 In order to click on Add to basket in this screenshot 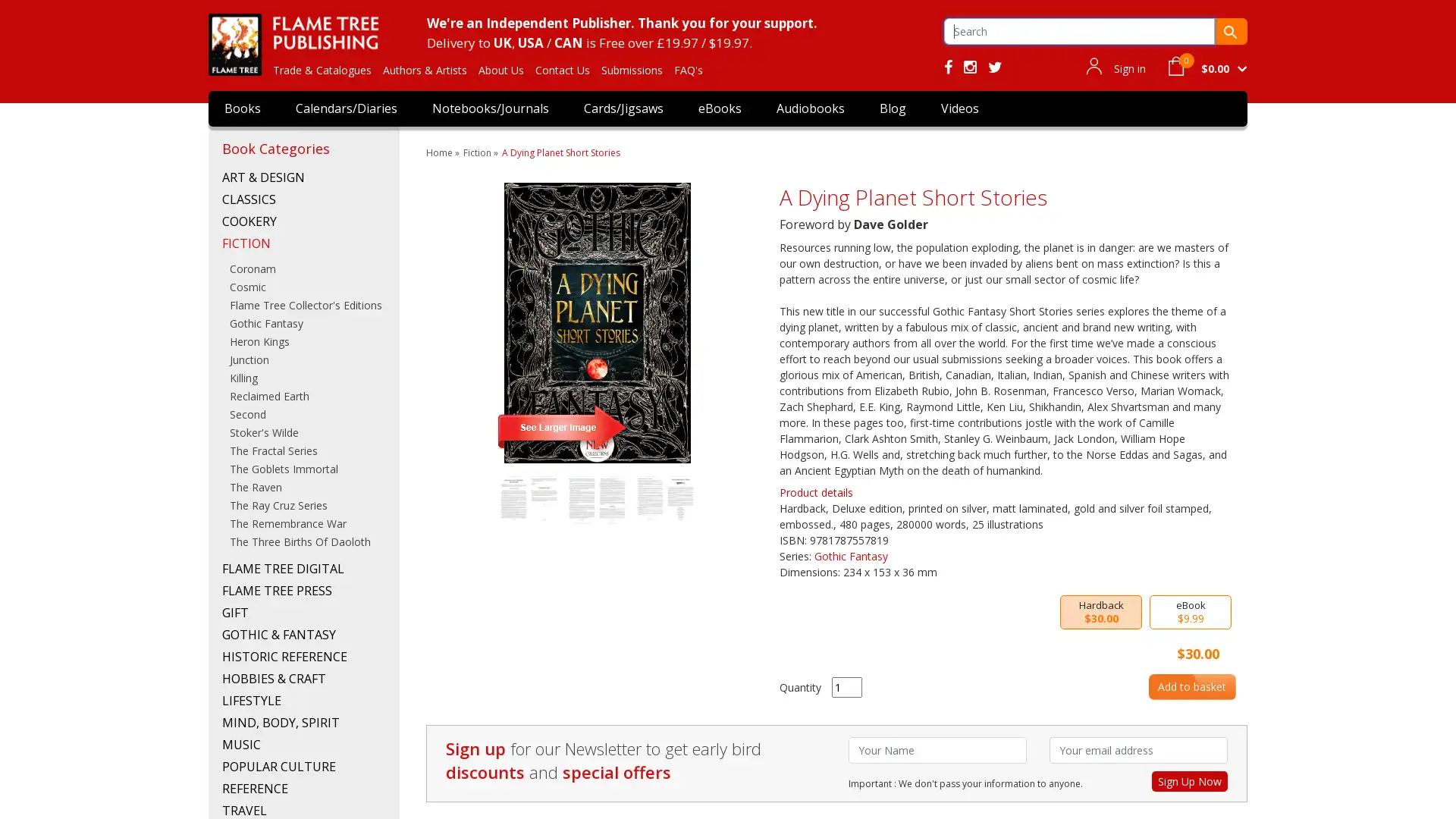, I will do `click(1191, 687)`.